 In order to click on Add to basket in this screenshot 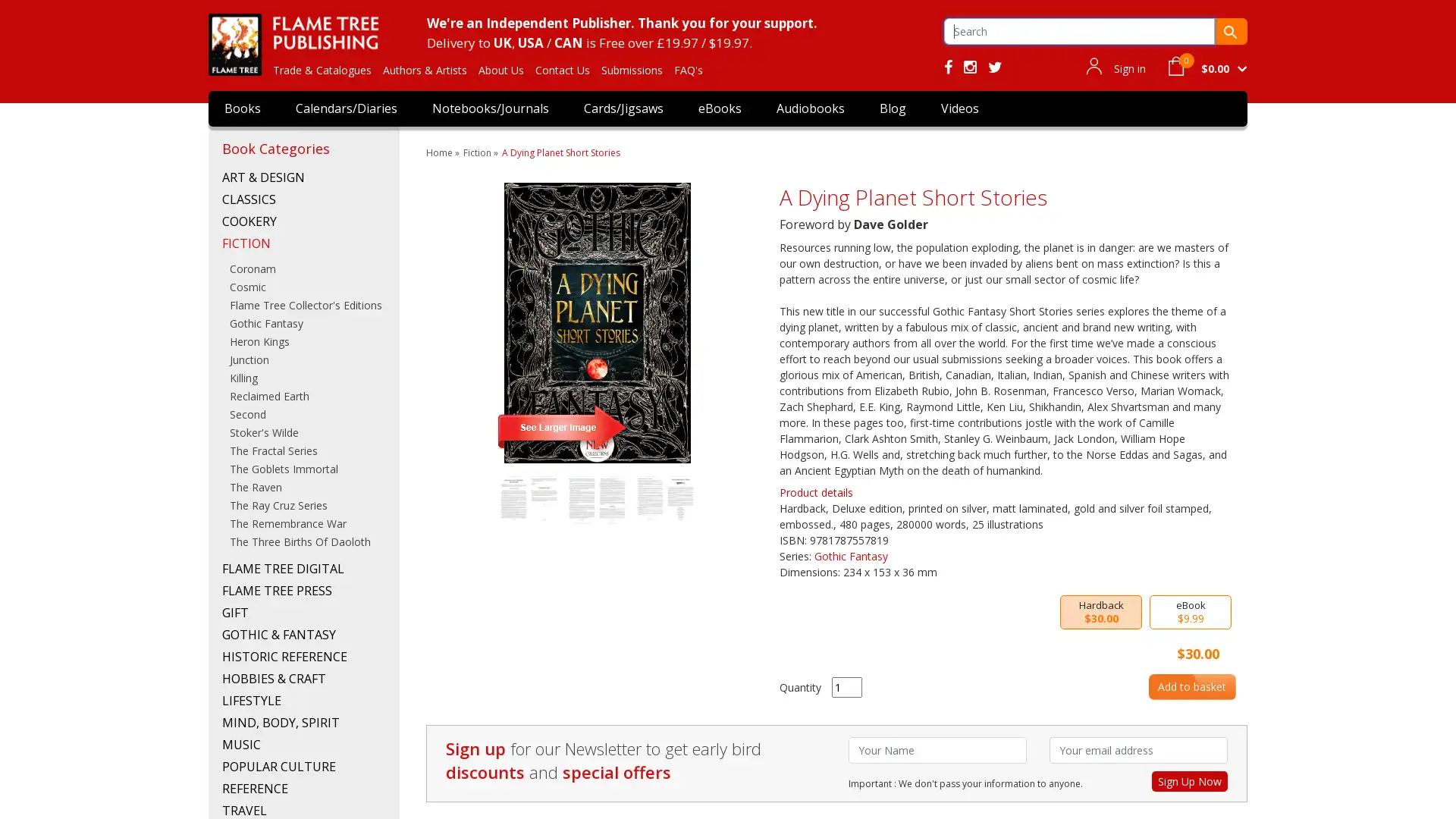, I will do `click(1191, 687)`.